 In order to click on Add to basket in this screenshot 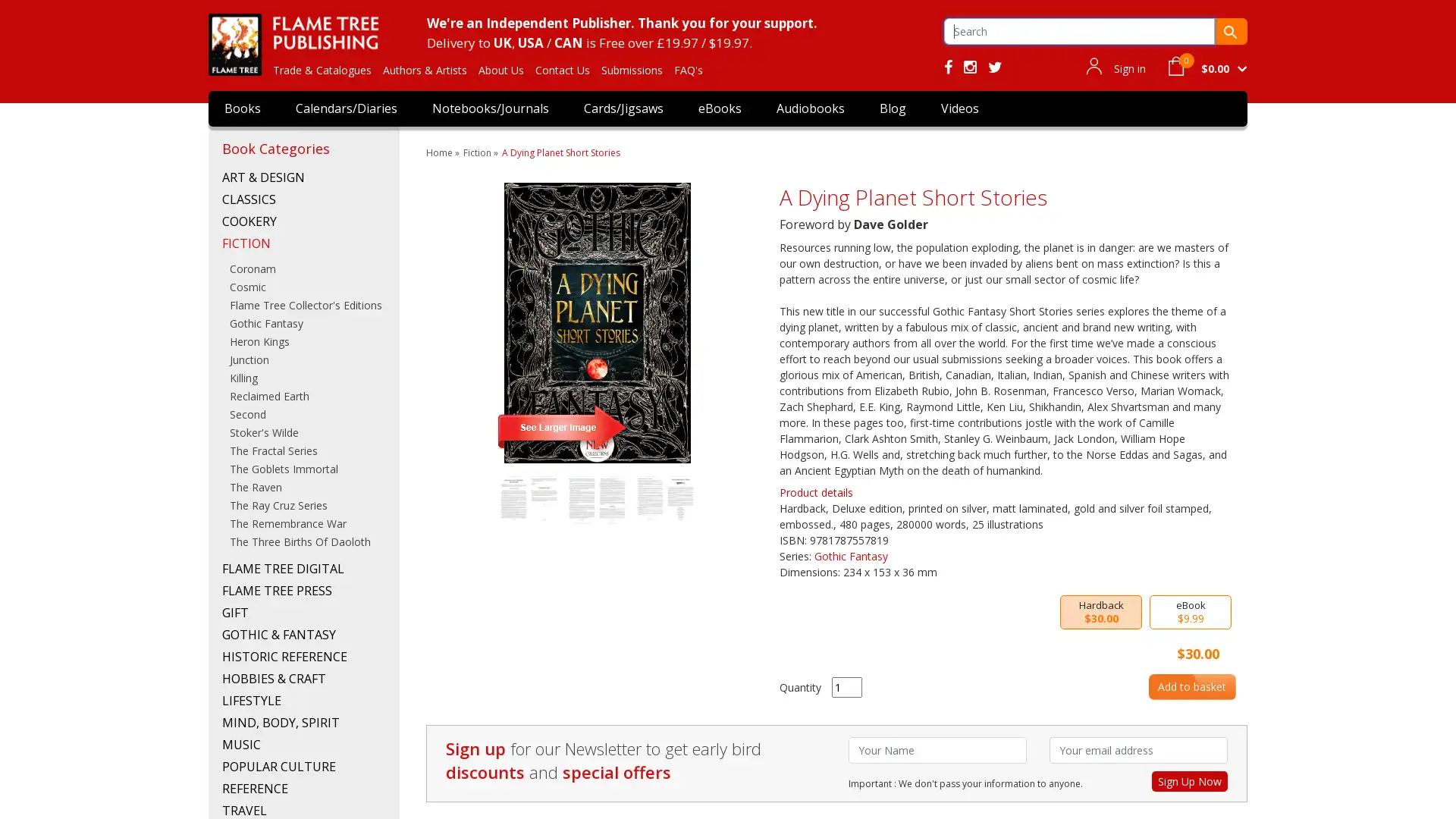, I will do `click(1191, 687)`.